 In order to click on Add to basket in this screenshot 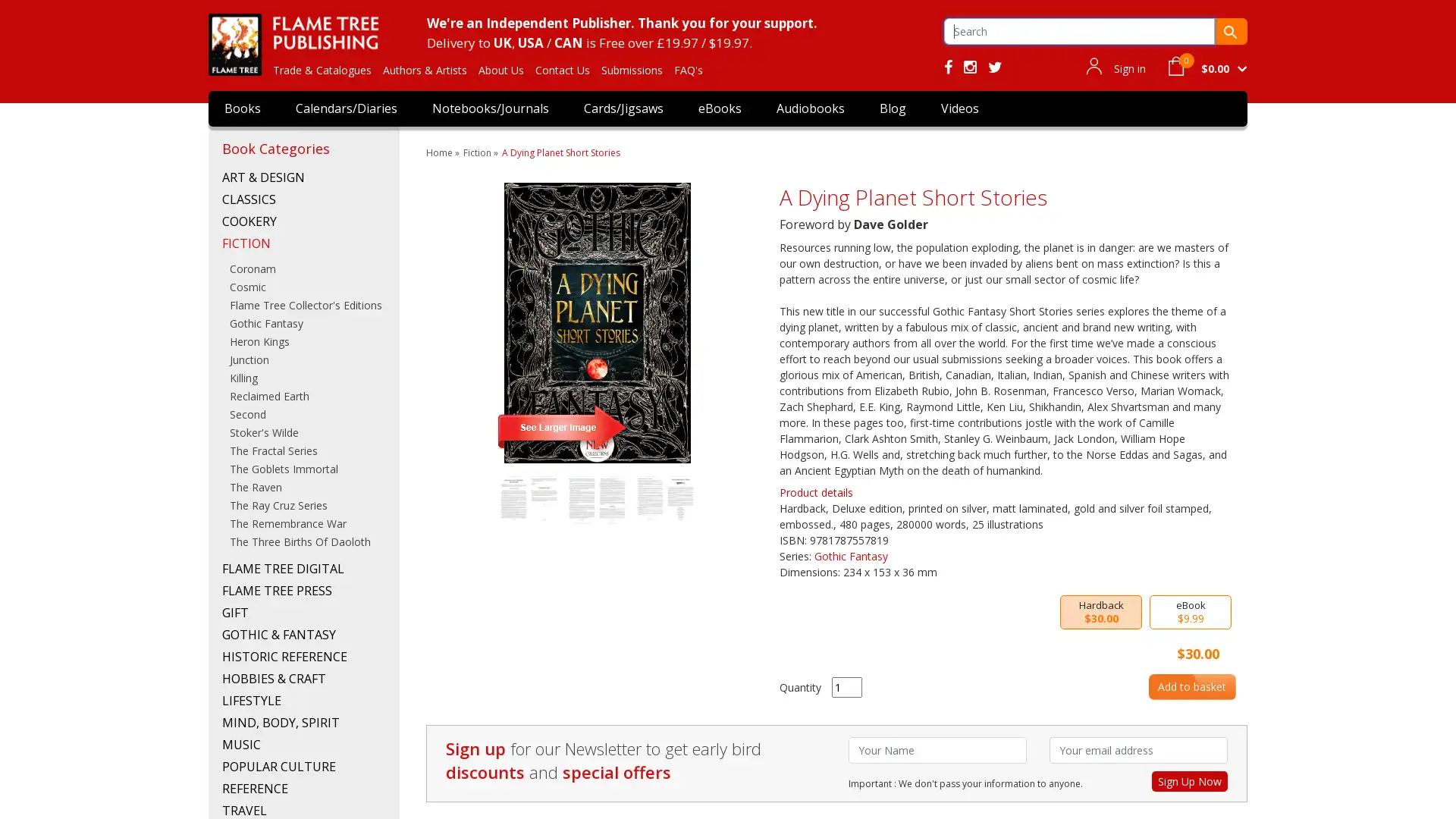, I will do `click(1191, 687)`.